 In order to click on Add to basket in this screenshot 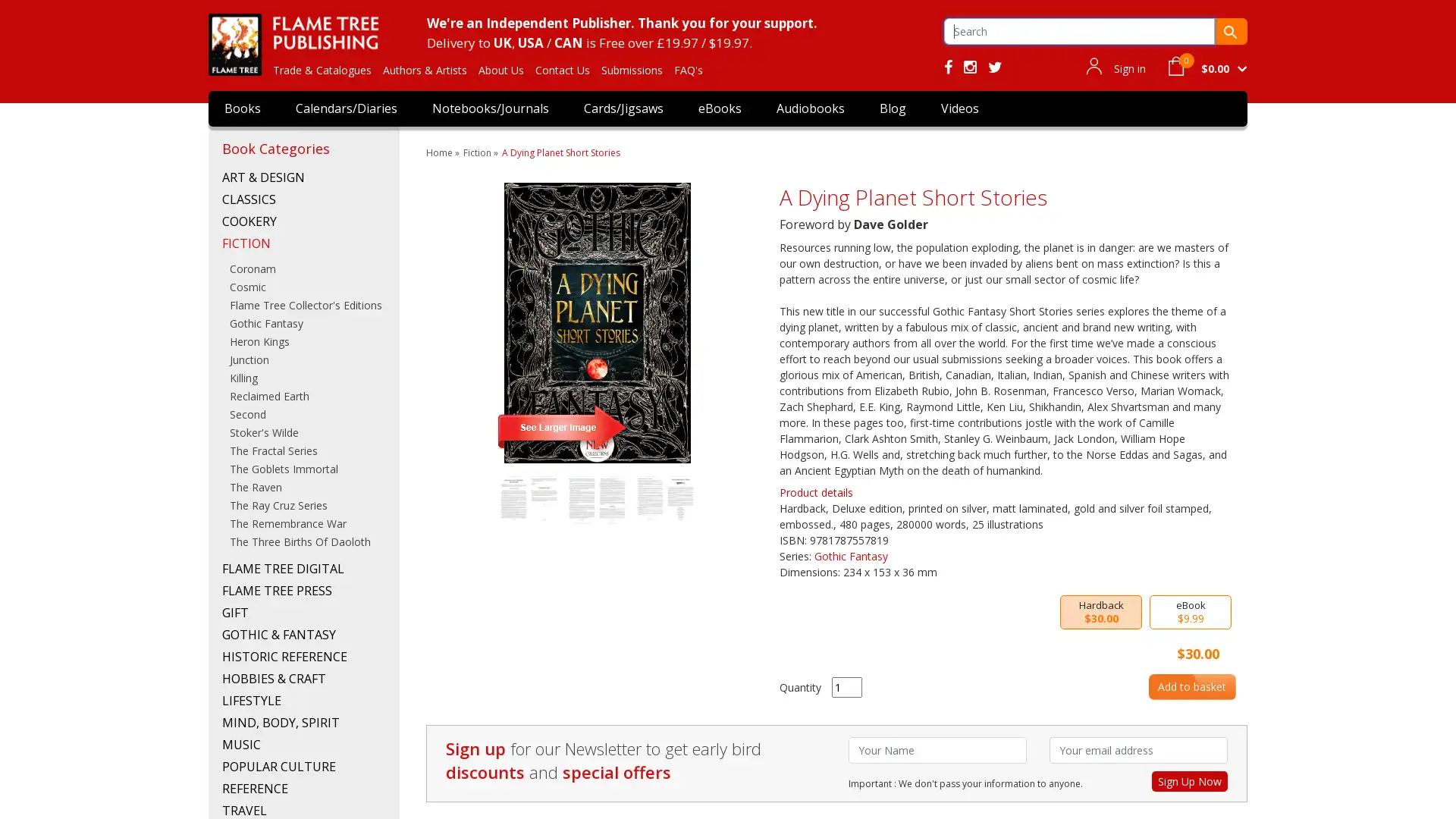, I will do `click(1191, 687)`.